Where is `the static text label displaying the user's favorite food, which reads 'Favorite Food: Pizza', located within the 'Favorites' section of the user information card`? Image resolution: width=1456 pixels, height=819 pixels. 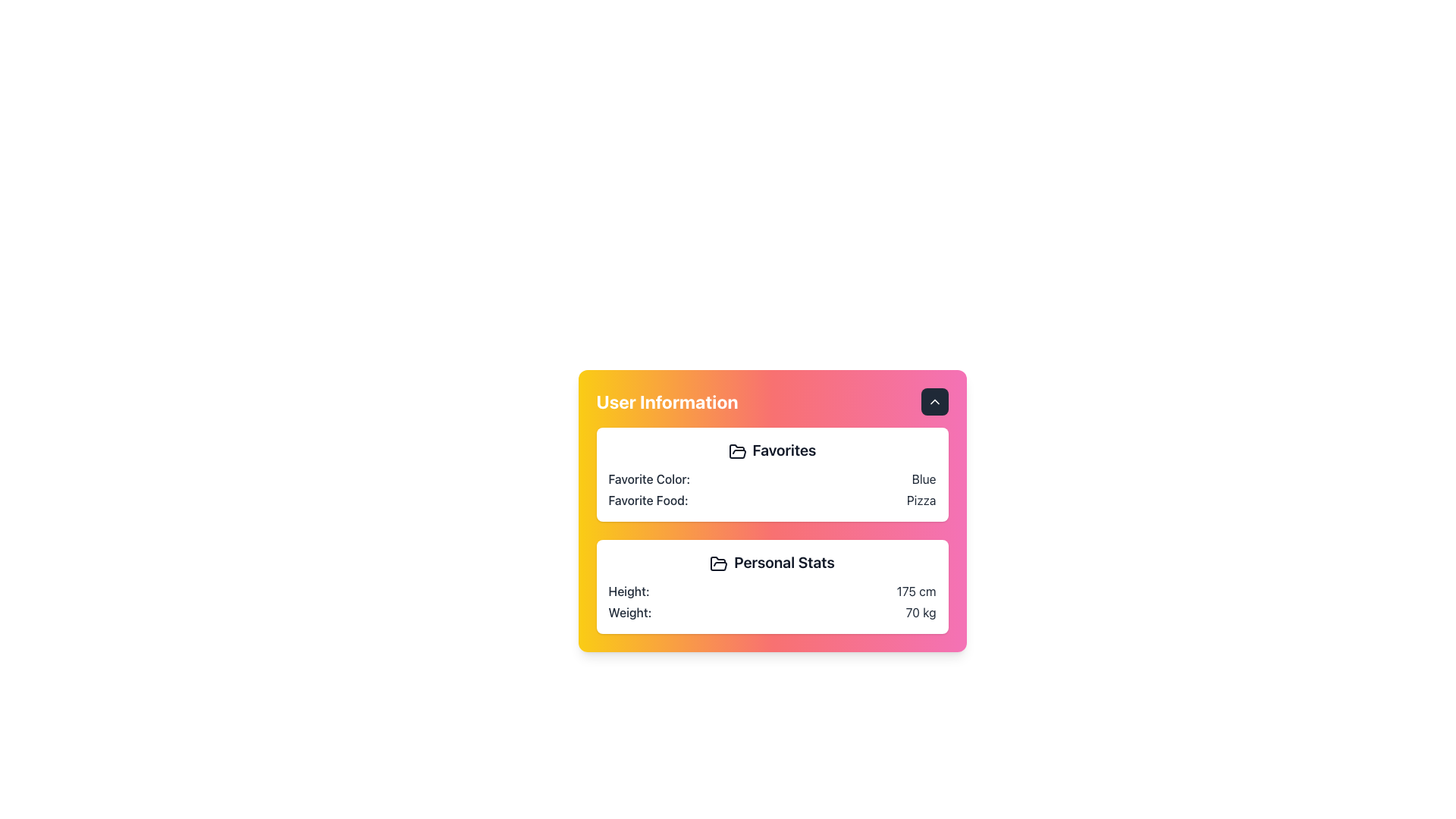
the static text label displaying the user's favorite food, which reads 'Favorite Food: Pizza', located within the 'Favorites' section of the user information card is located at coordinates (921, 500).